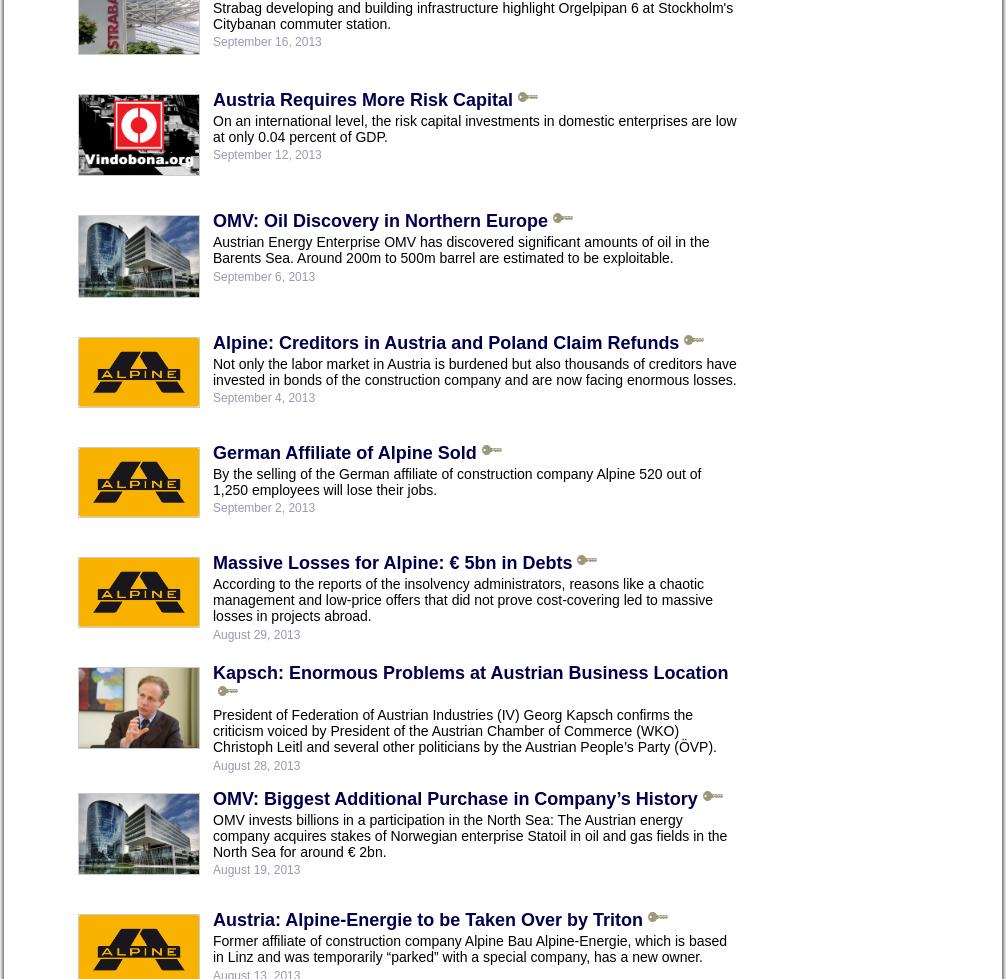  I want to click on 'Former affiliate of construction company Alpine Bau Alpine-Energie, which is based in Linz and was temporarily “parked” with a special company, has a new owner.', so click(469, 948).